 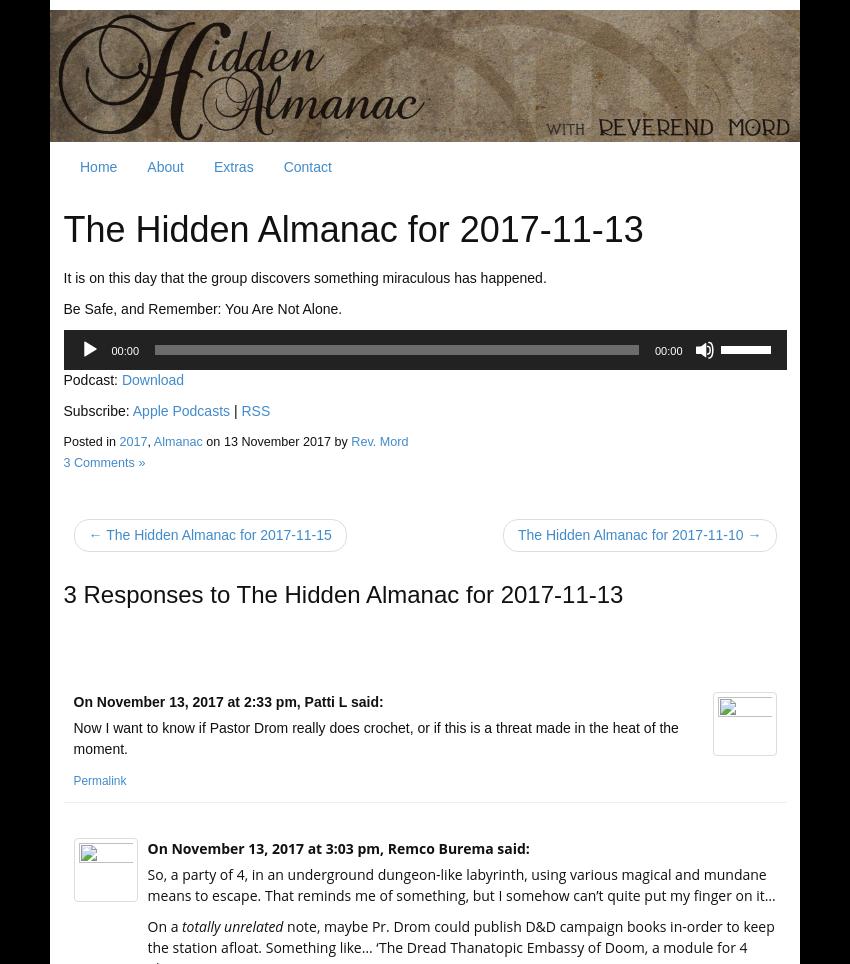 What do you see at coordinates (201, 307) in the screenshot?
I see `'Be Safe, and Remember: You Are Not Alone.'` at bounding box center [201, 307].